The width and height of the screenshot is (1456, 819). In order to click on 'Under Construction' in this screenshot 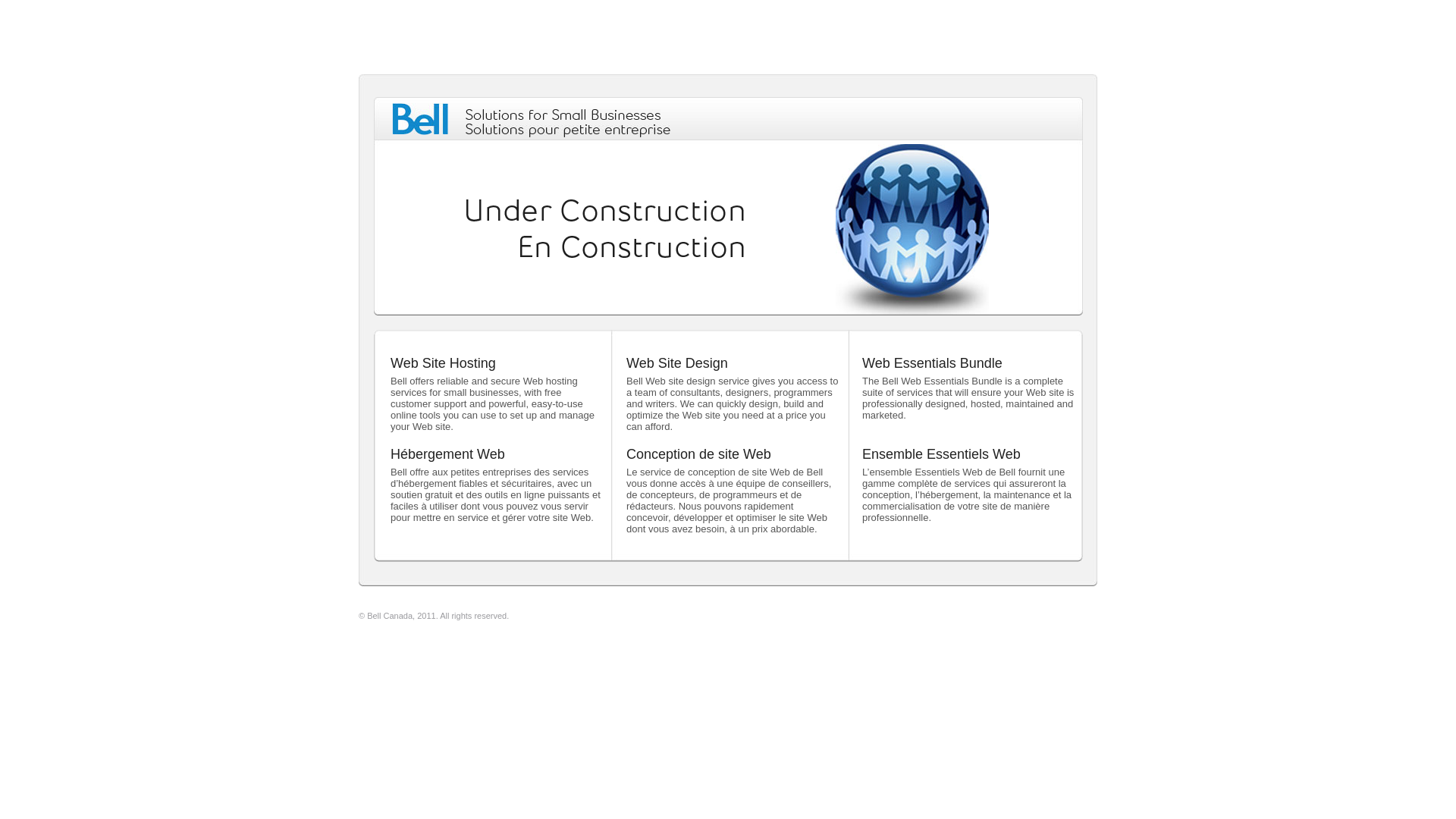, I will do `click(604, 210)`.